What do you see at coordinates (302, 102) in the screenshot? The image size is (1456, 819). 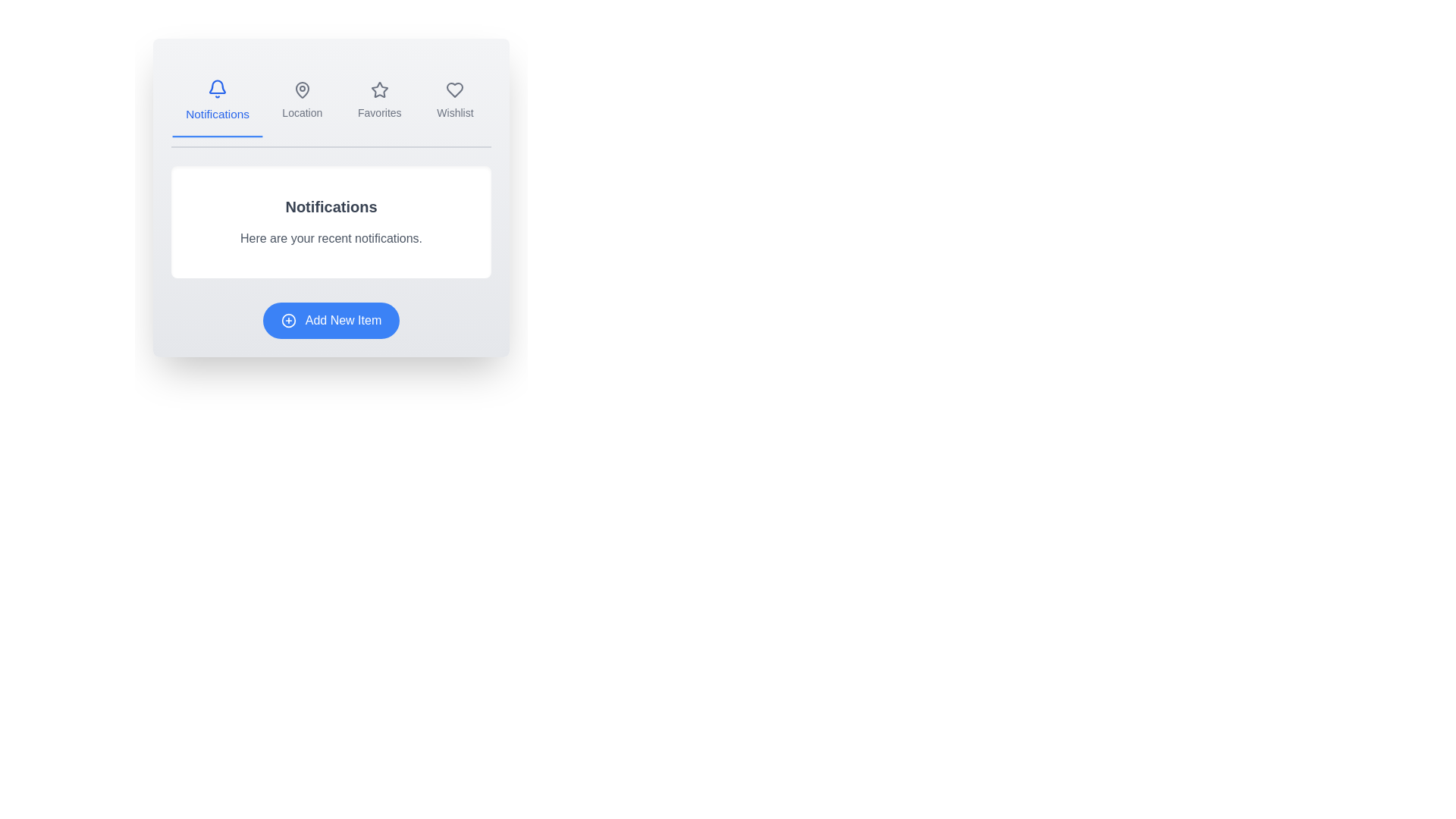 I see `the tab labeled Location` at bounding box center [302, 102].